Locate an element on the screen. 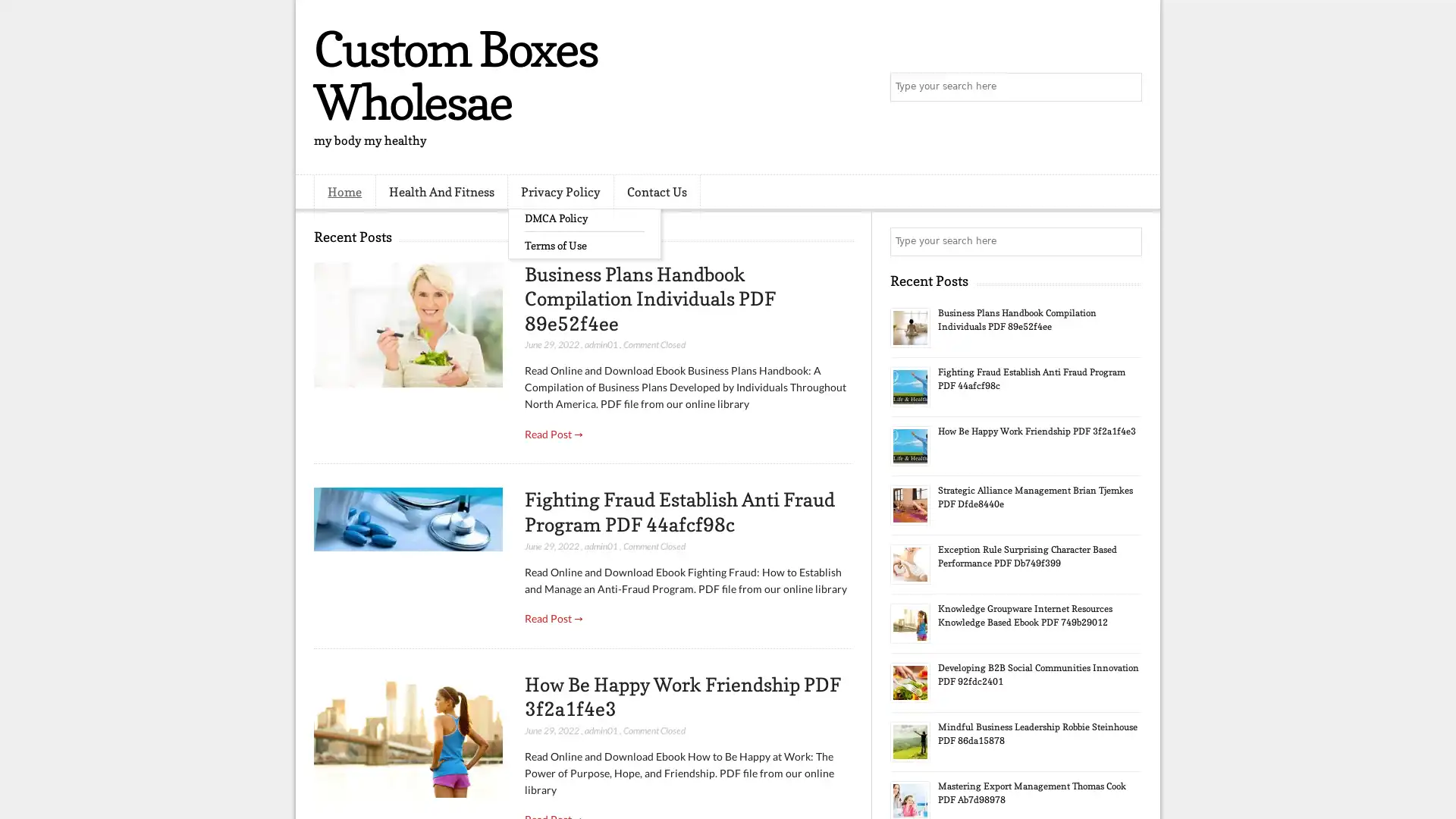 The height and width of the screenshot is (819, 1456). Search is located at coordinates (1126, 87).